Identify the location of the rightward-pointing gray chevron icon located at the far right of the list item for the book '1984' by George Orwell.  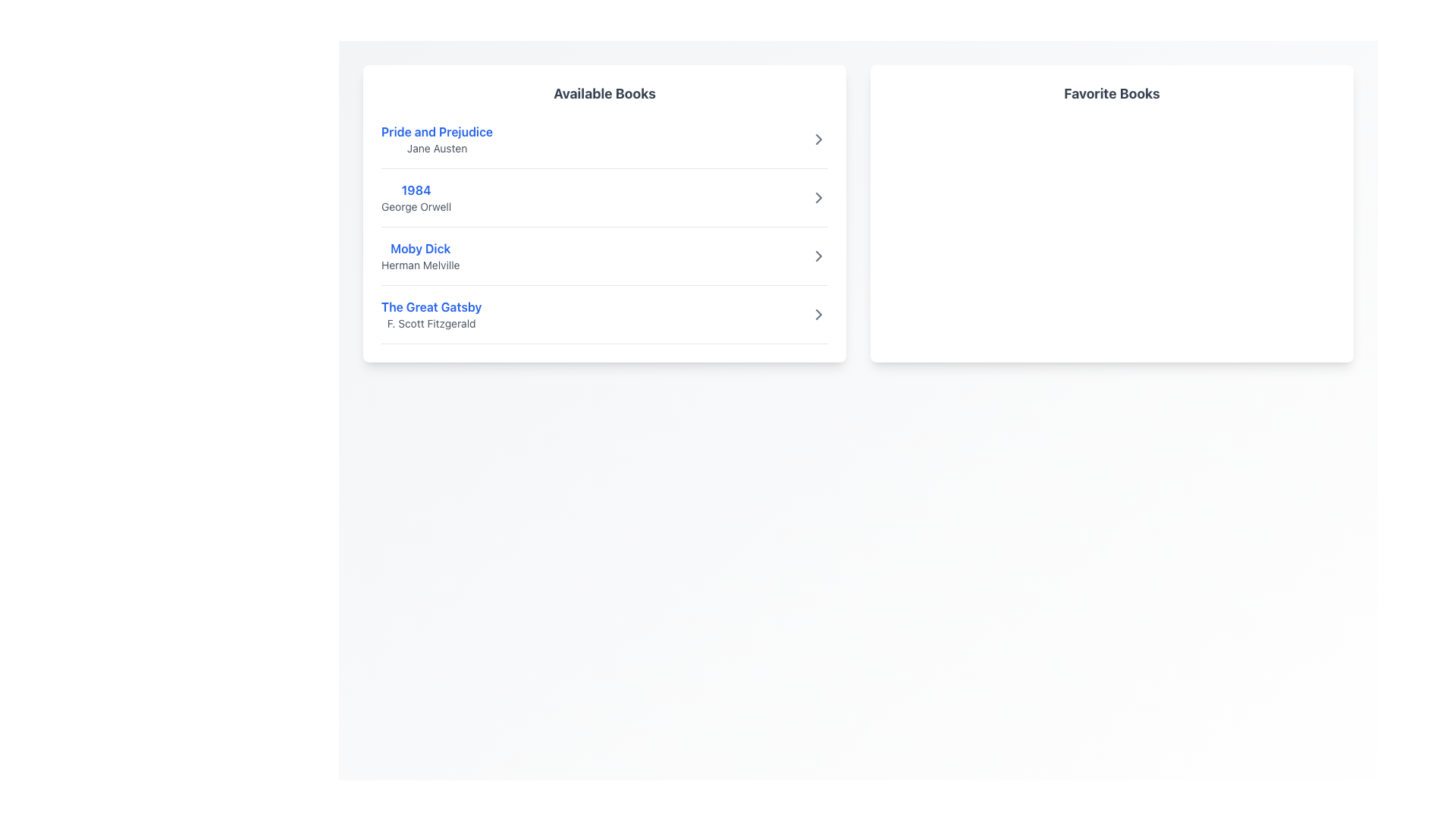
(818, 197).